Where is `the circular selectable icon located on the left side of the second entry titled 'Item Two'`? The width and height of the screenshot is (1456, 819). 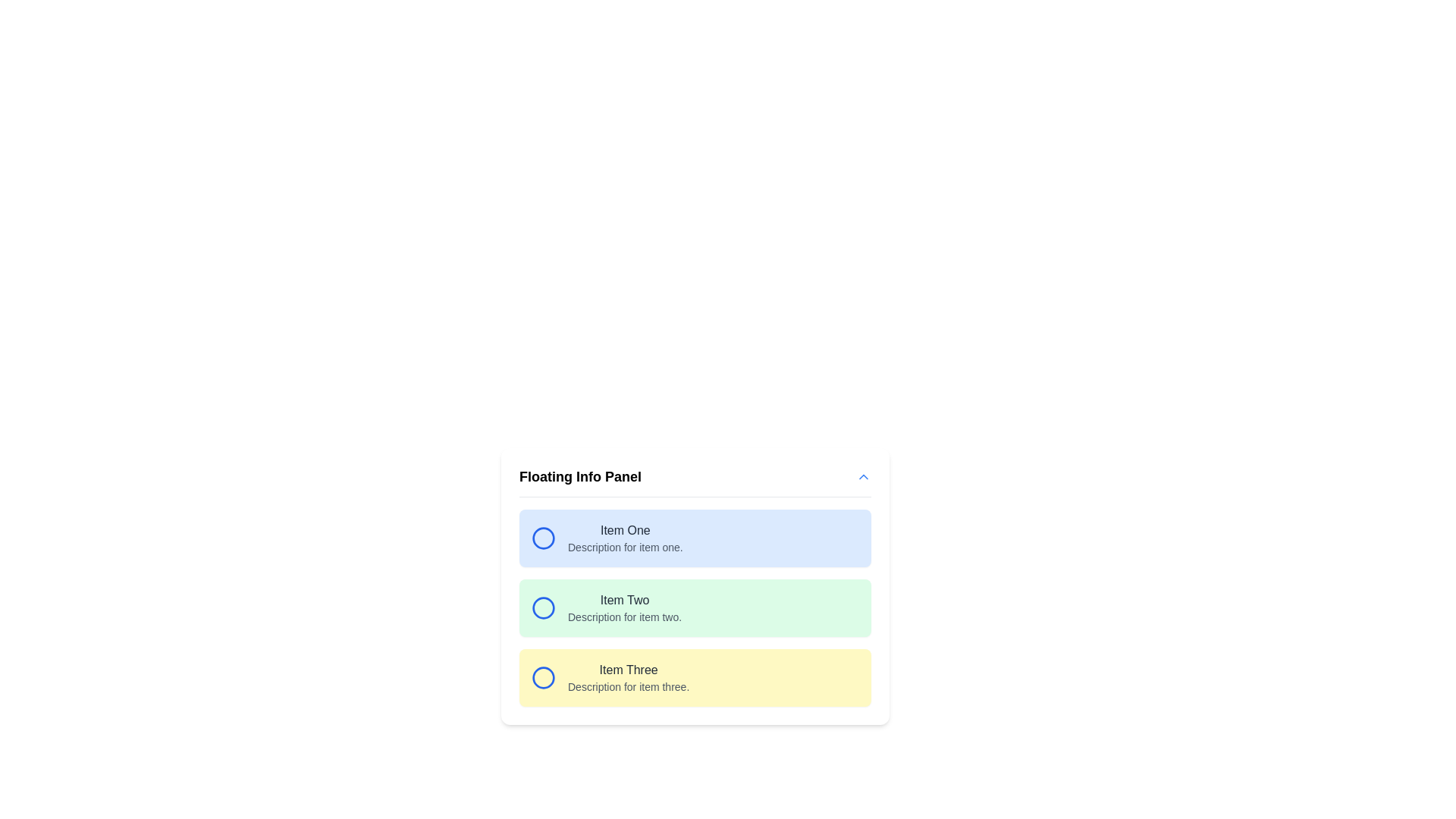
the circular selectable icon located on the left side of the second entry titled 'Item Two' is located at coordinates (543, 607).